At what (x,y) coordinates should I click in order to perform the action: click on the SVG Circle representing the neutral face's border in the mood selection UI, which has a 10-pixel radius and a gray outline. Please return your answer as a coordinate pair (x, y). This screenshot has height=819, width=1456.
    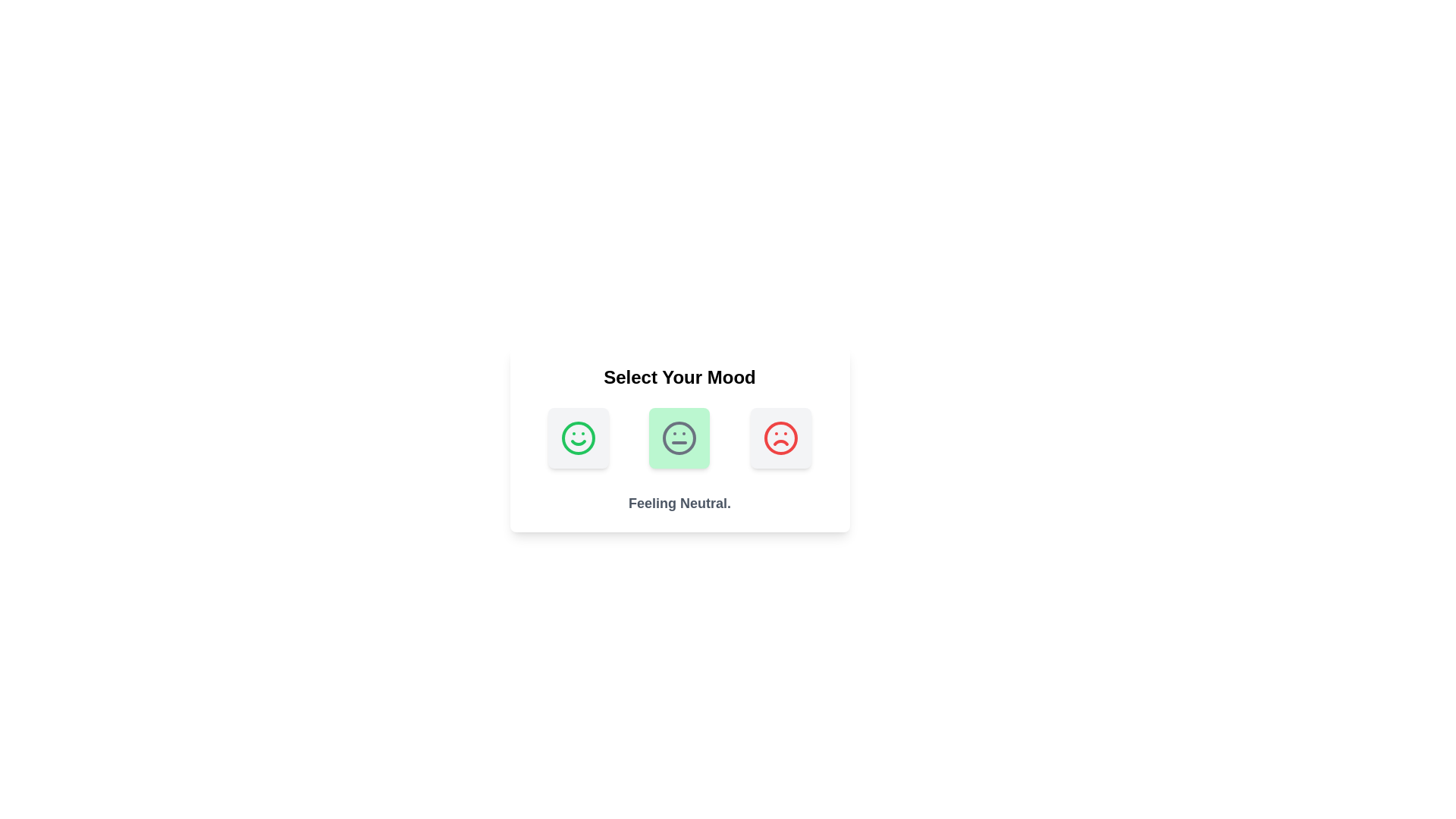
    Looking at the image, I should click on (679, 438).